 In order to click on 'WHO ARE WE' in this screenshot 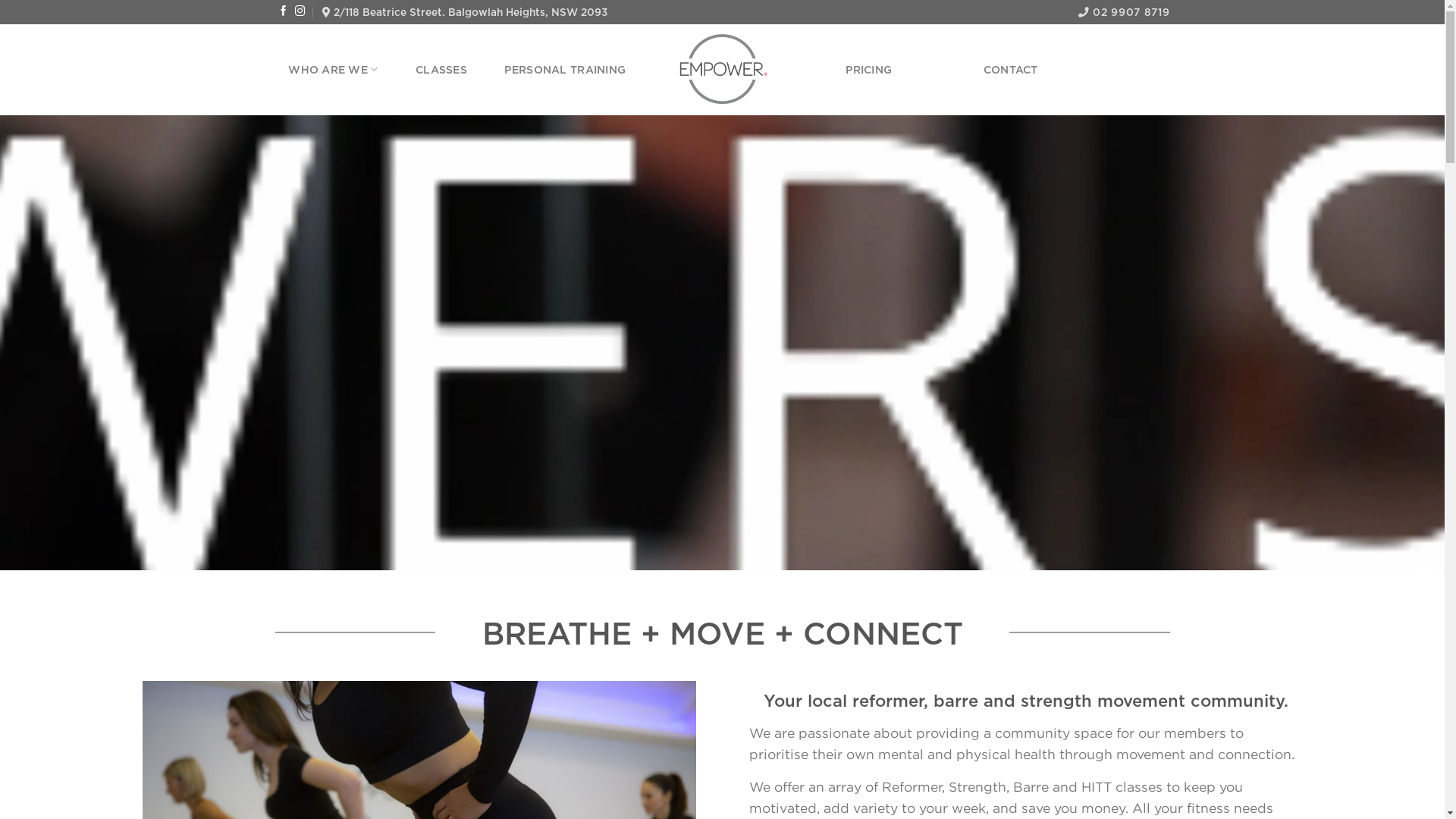, I will do `click(287, 69)`.